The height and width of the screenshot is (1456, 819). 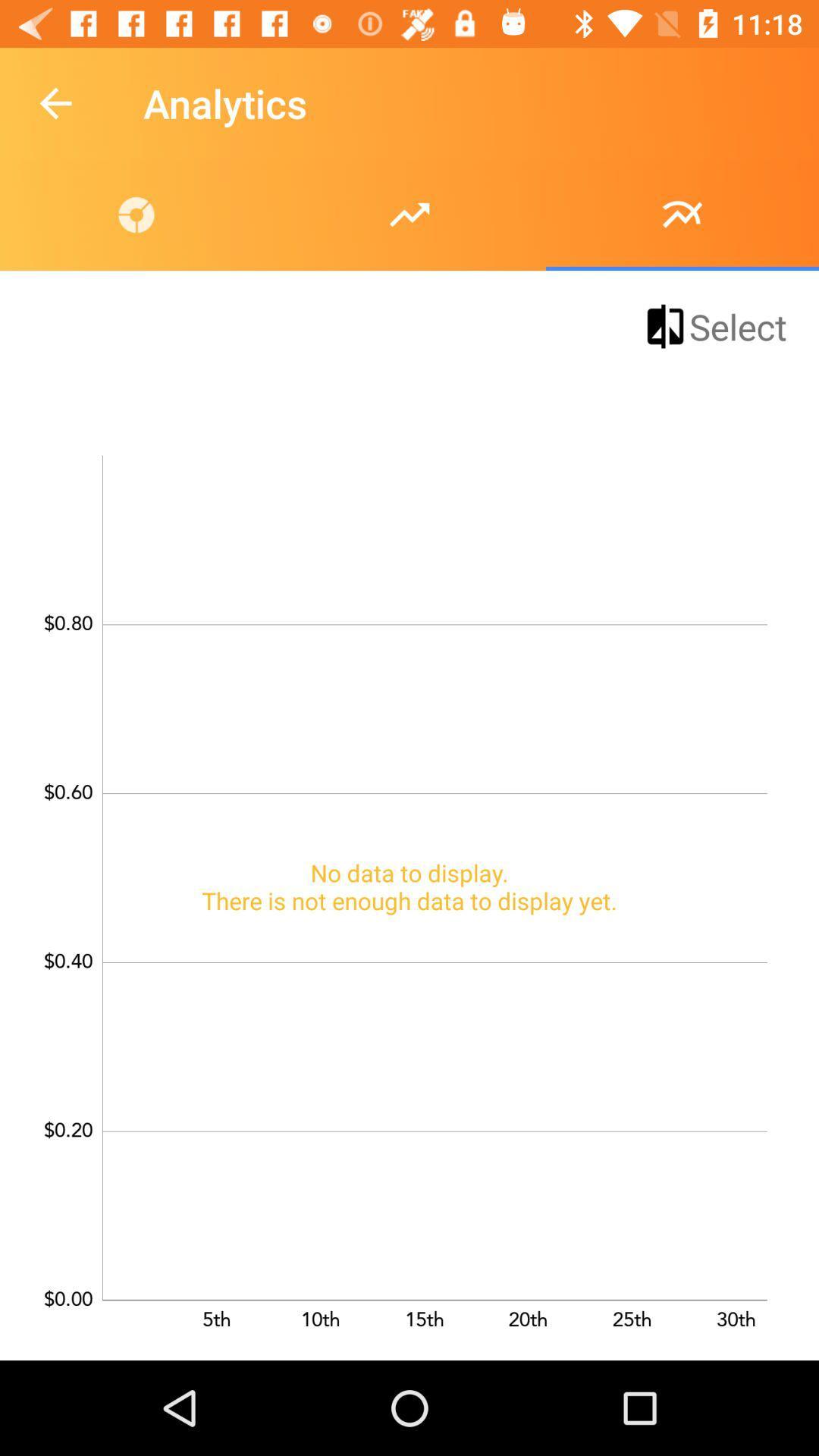 I want to click on the icon next to the analytics icon, so click(x=55, y=102).